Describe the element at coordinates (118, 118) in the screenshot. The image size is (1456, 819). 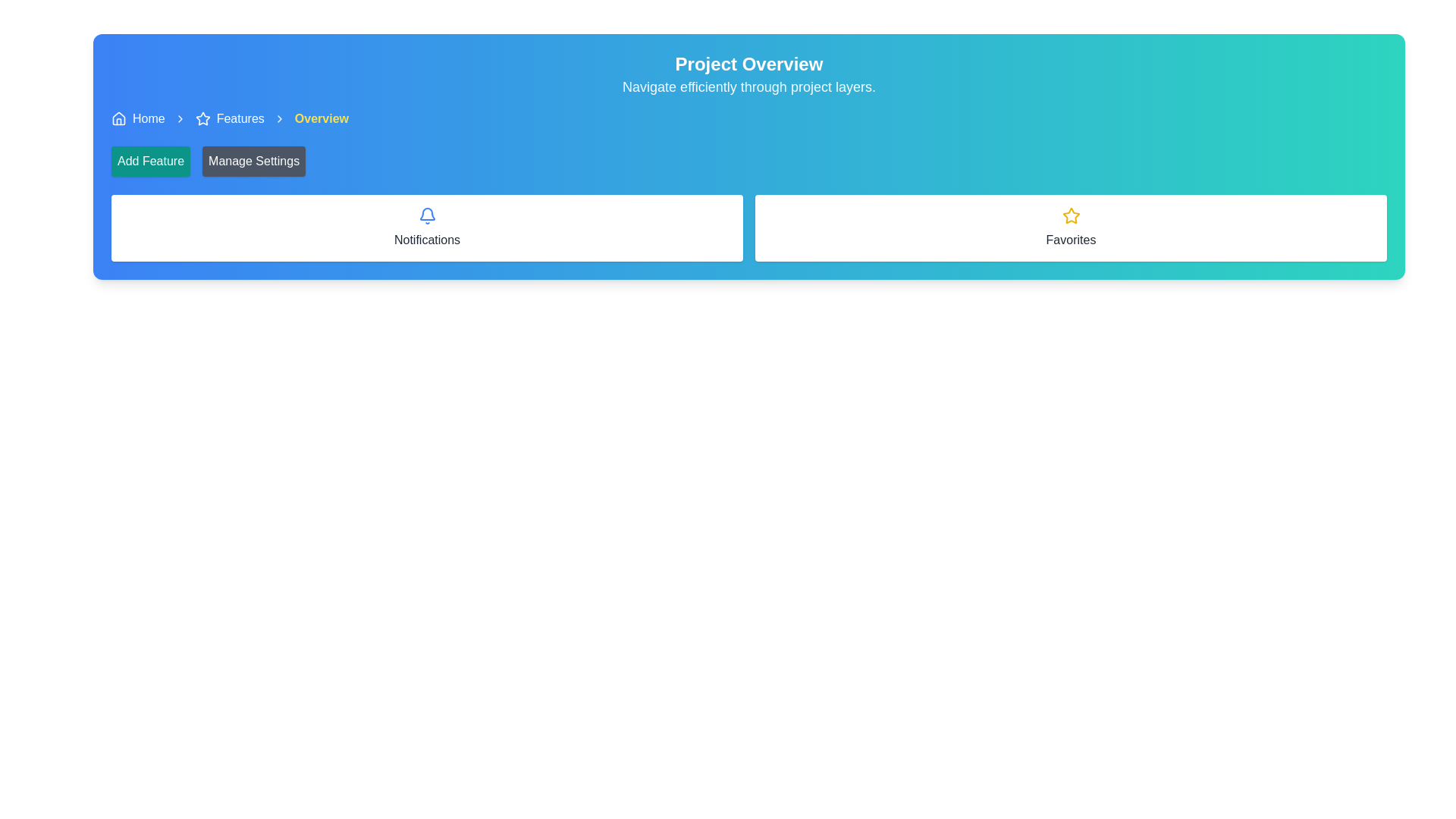
I see `the 'Home' icon located in the top-left corner of the interface` at that location.